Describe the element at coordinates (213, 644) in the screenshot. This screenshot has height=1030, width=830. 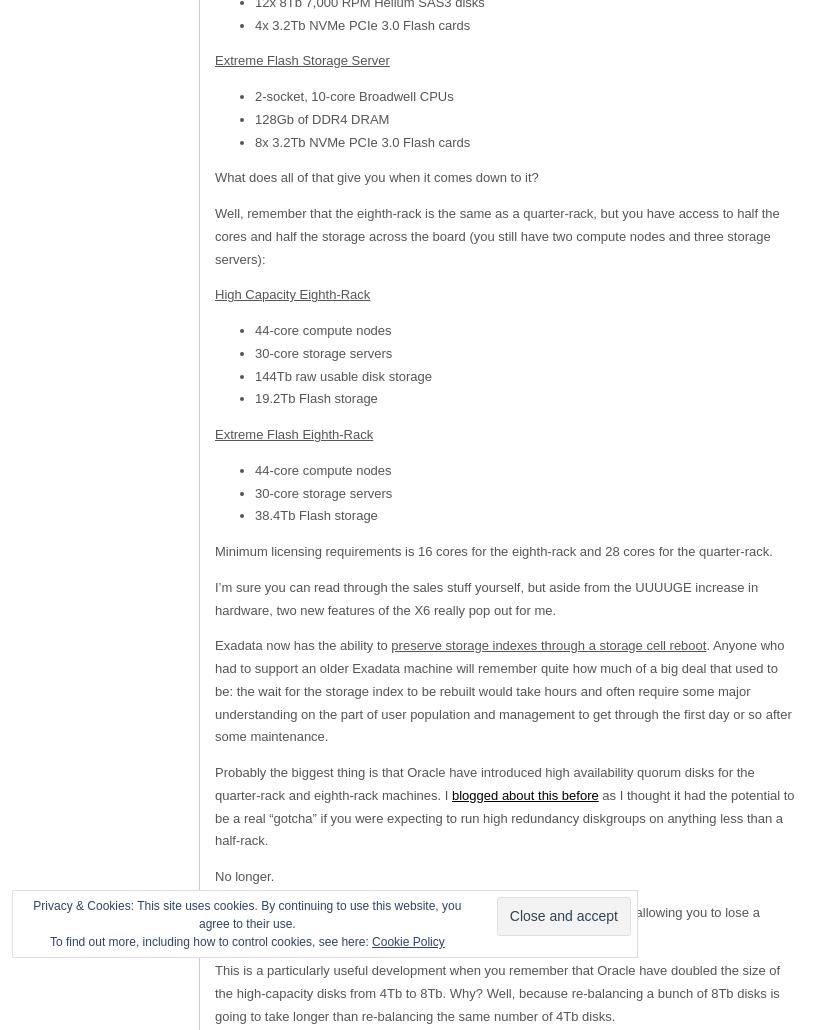
I see `'Exadata now has the ability to'` at that location.